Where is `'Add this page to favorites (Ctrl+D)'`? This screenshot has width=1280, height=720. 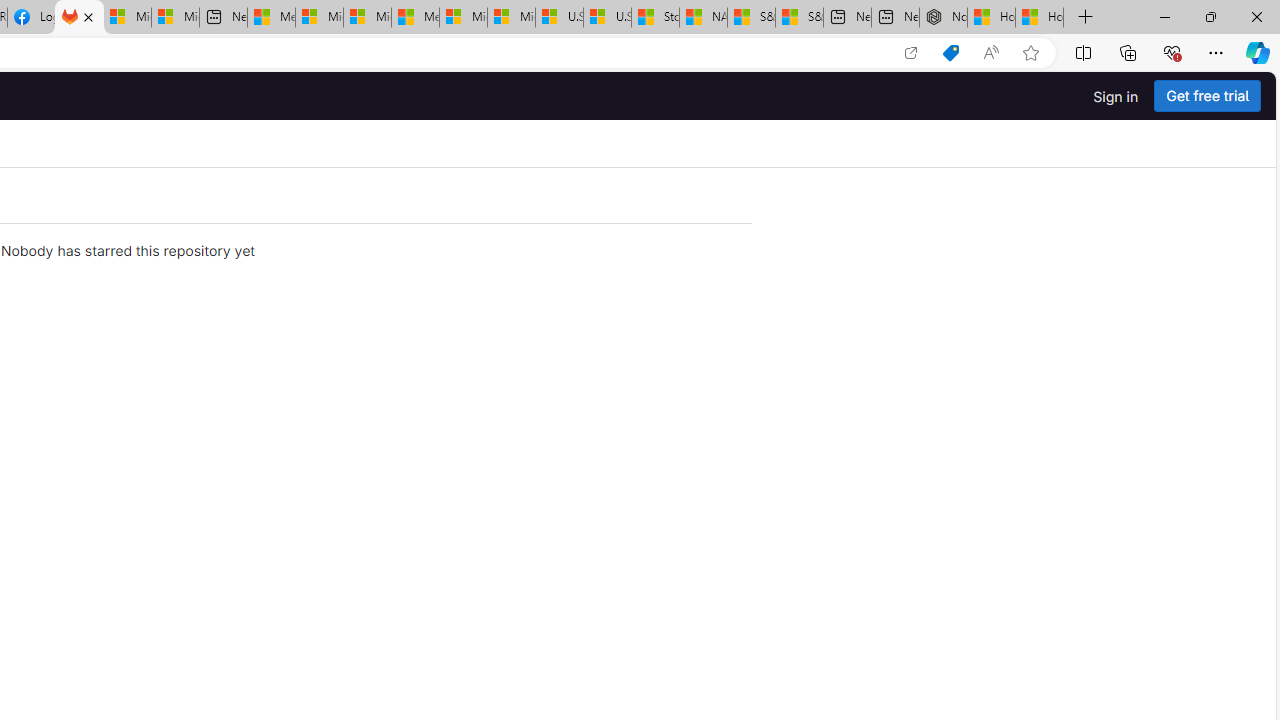
'Add this page to favorites (Ctrl+D)' is located at coordinates (1031, 52).